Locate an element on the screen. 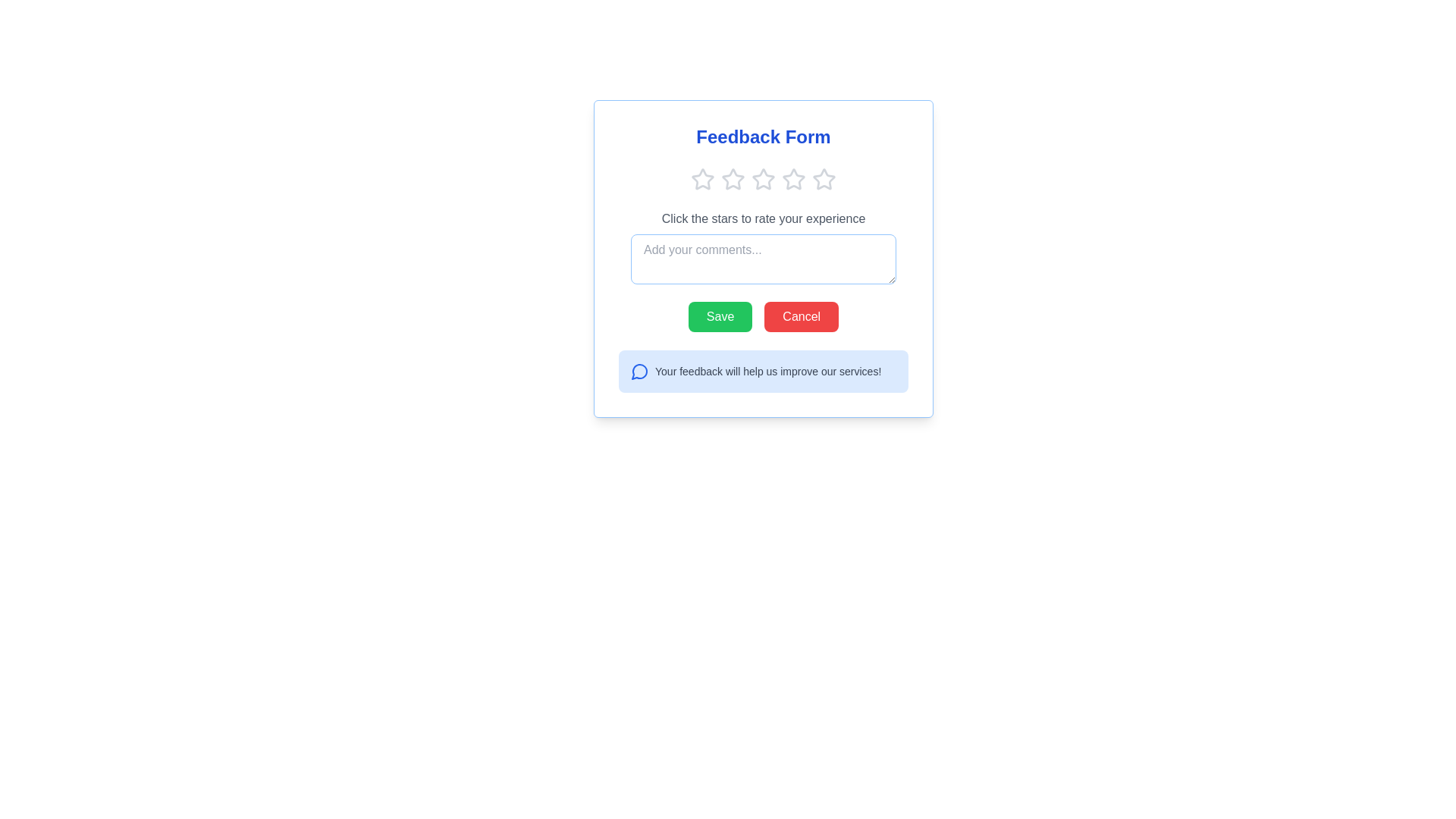 The height and width of the screenshot is (819, 1456). the emphasized third star icon in the feedback form section is located at coordinates (764, 178).